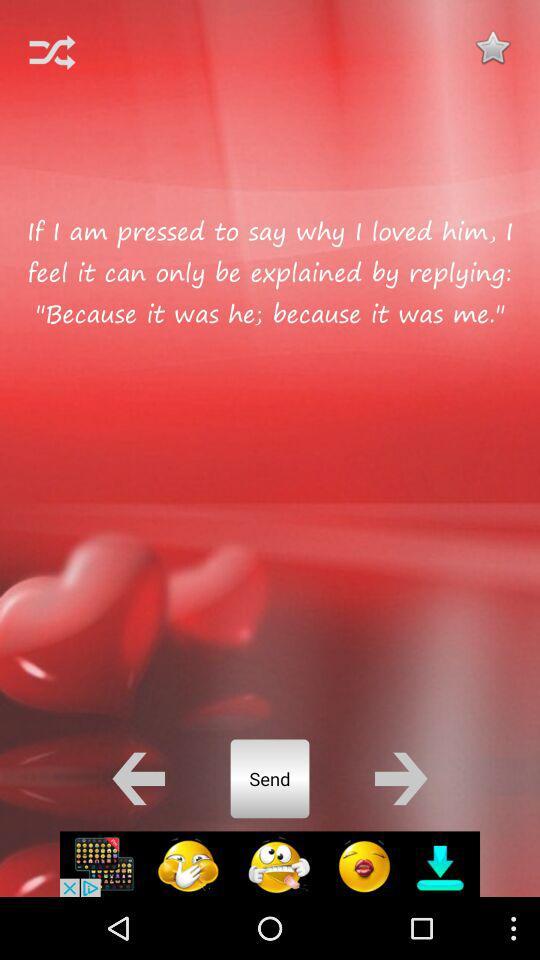 This screenshot has width=540, height=960. Describe the element at coordinates (52, 51) in the screenshot. I see `shuffle` at that location.